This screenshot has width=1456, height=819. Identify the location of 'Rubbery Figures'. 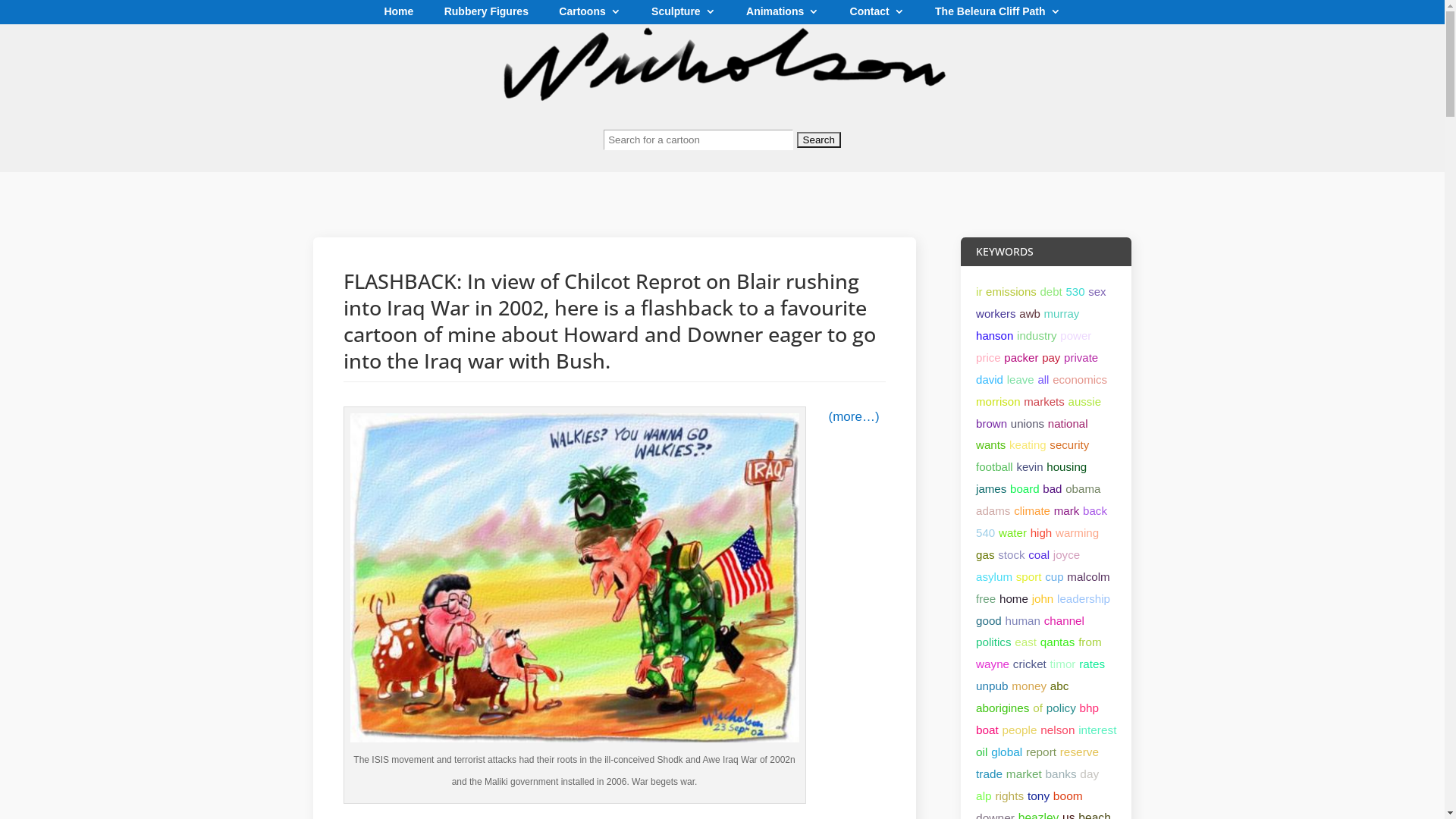
(486, 15).